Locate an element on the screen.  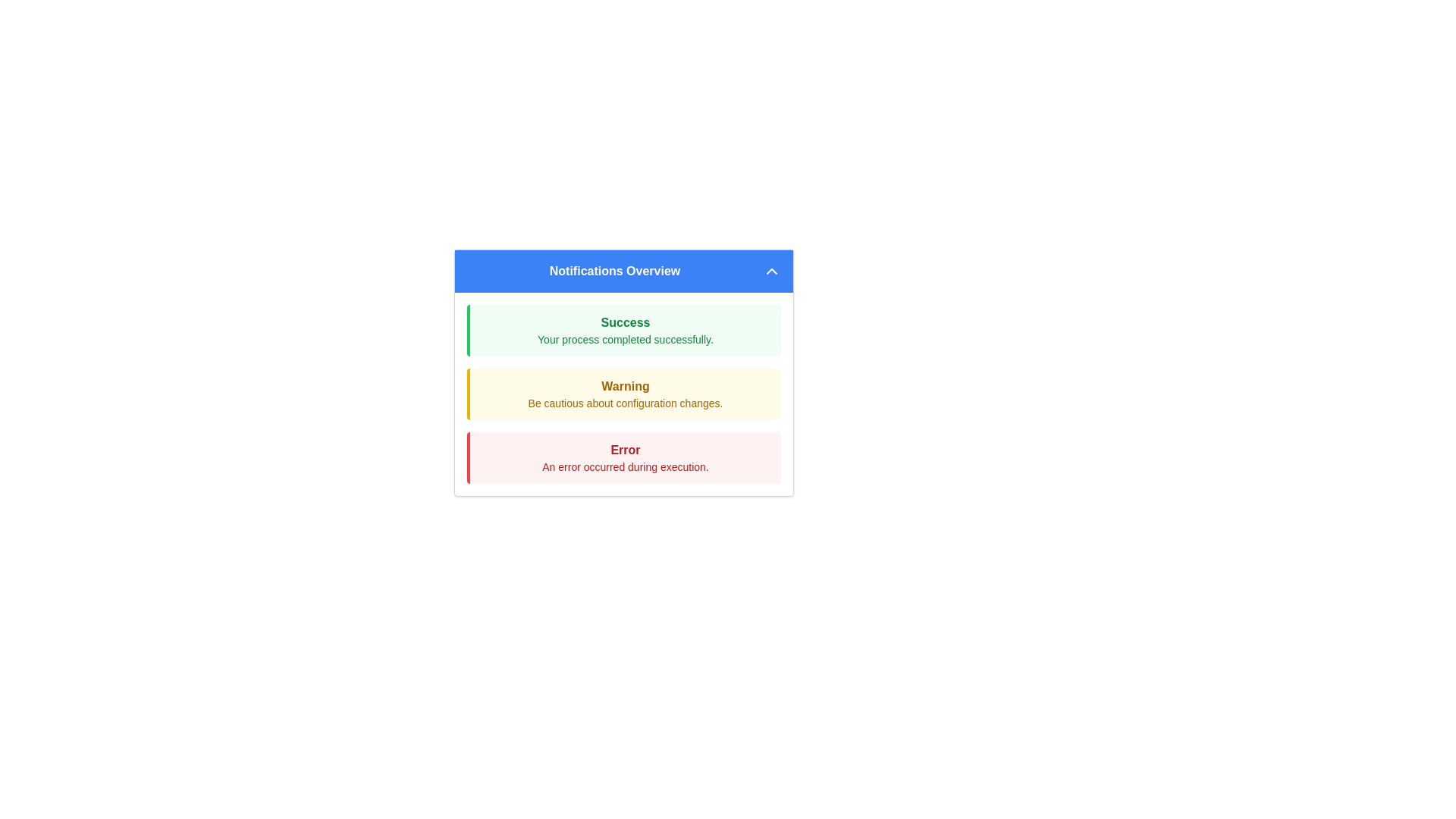
the light green notification message box that contains the bold 'Success' text and the message 'Your process completed successfully.' is located at coordinates (623, 329).